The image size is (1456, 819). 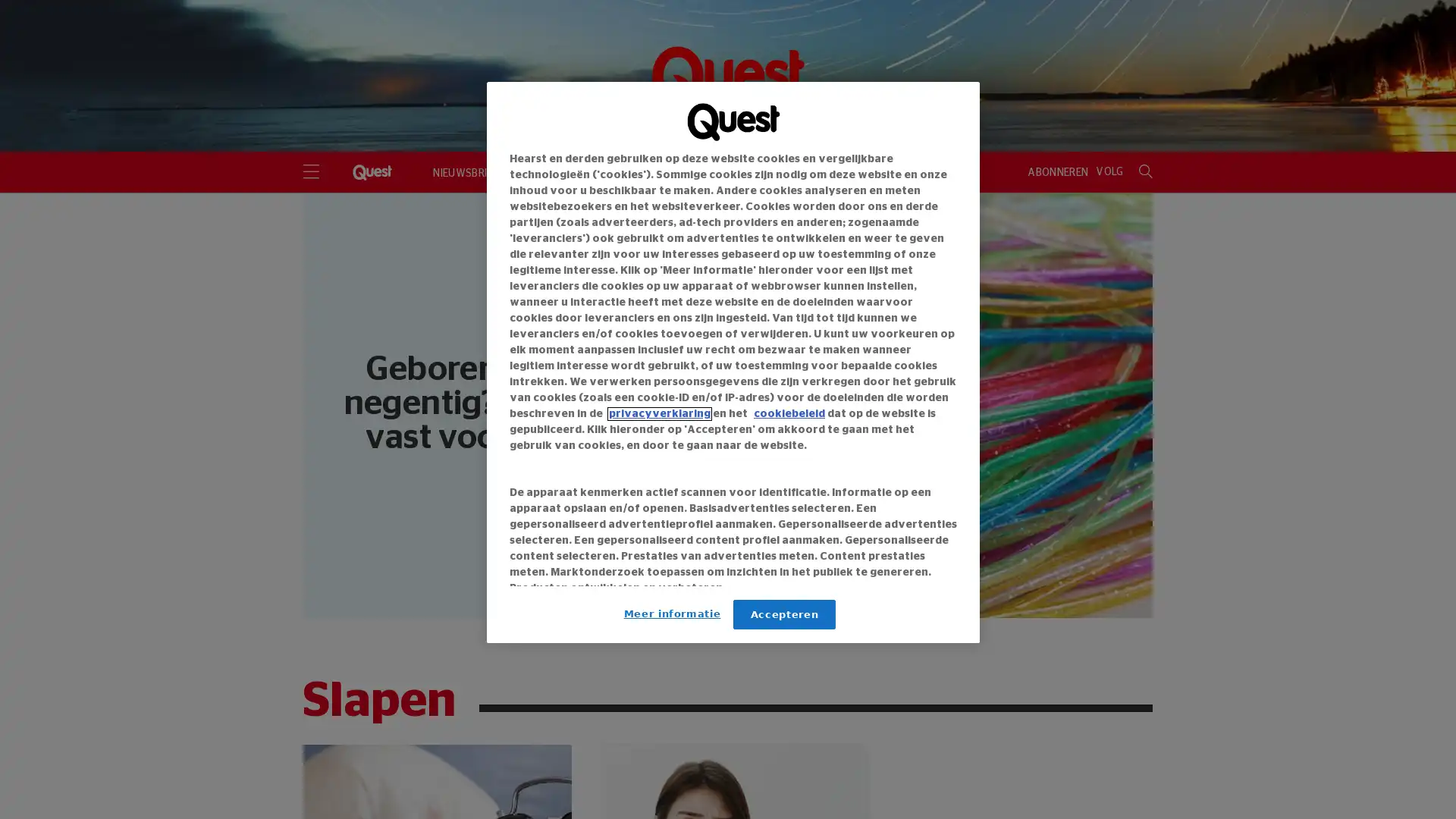 What do you see at coordinates (784, 614) in the screenshot?
I see `Accepteren` at bounding box center [784, 614].